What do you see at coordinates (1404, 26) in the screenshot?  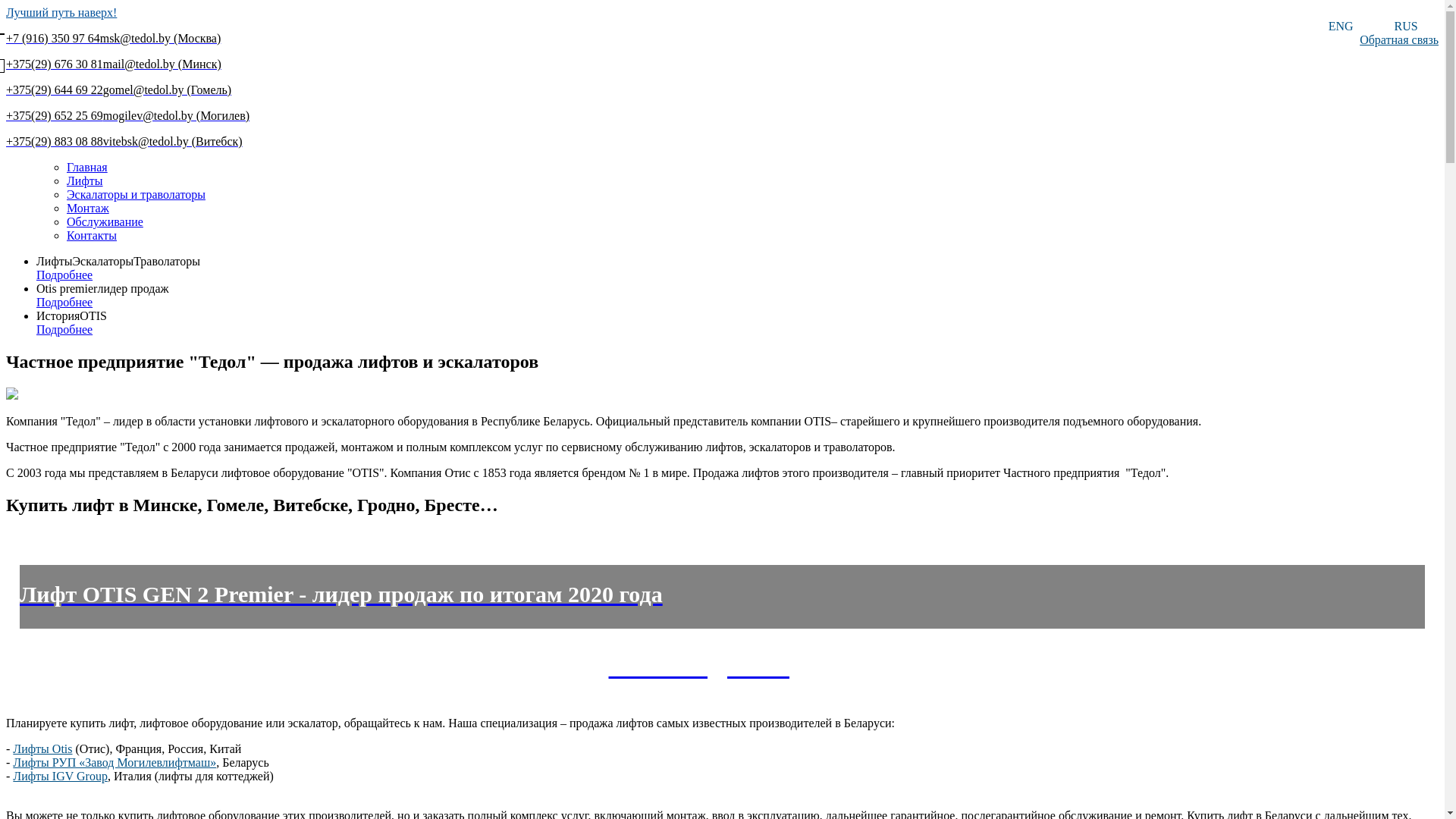 I see `'RUS'` at bounding box center [1404, 26].